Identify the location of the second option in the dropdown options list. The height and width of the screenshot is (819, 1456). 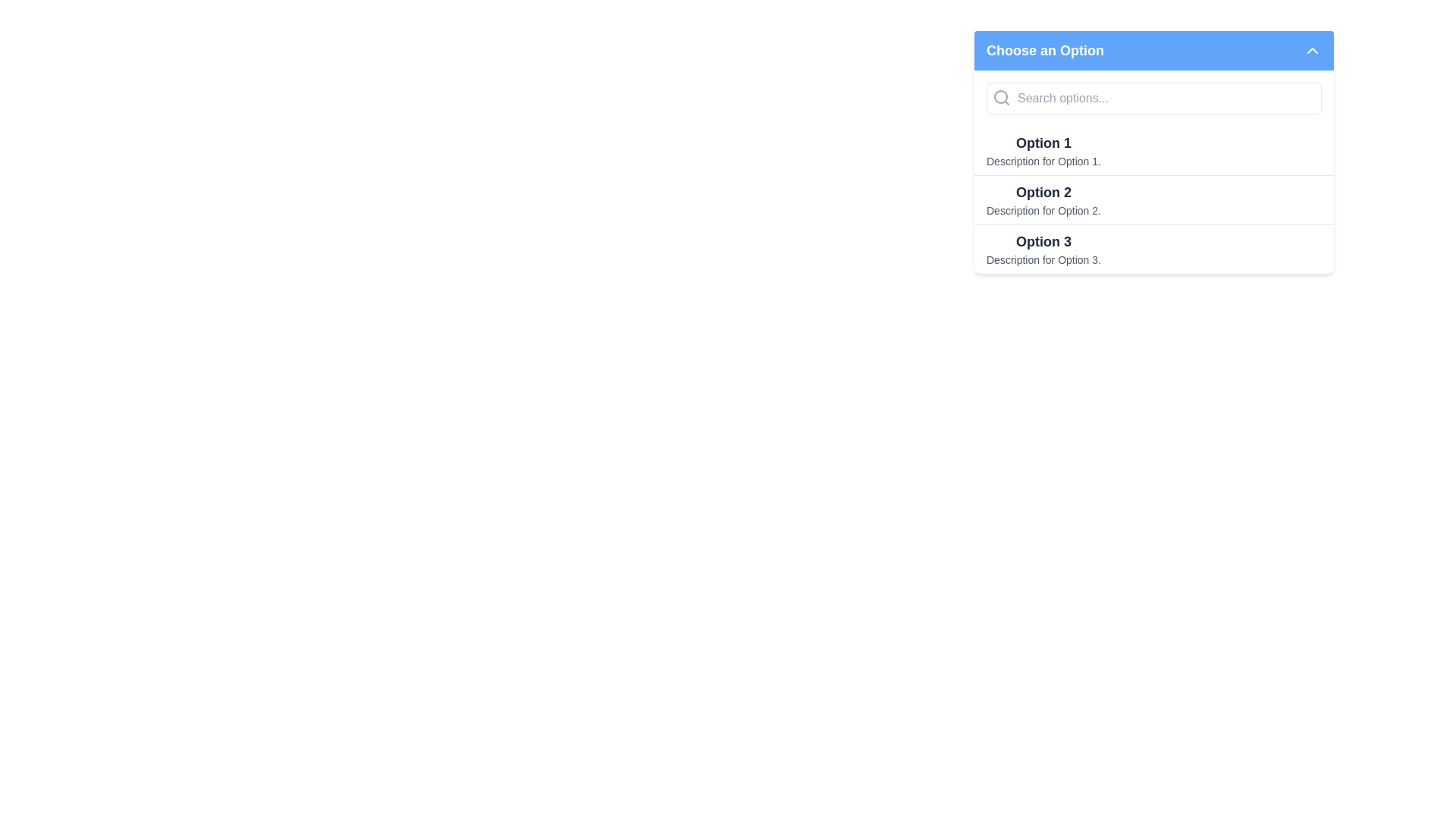
(1153, 171).